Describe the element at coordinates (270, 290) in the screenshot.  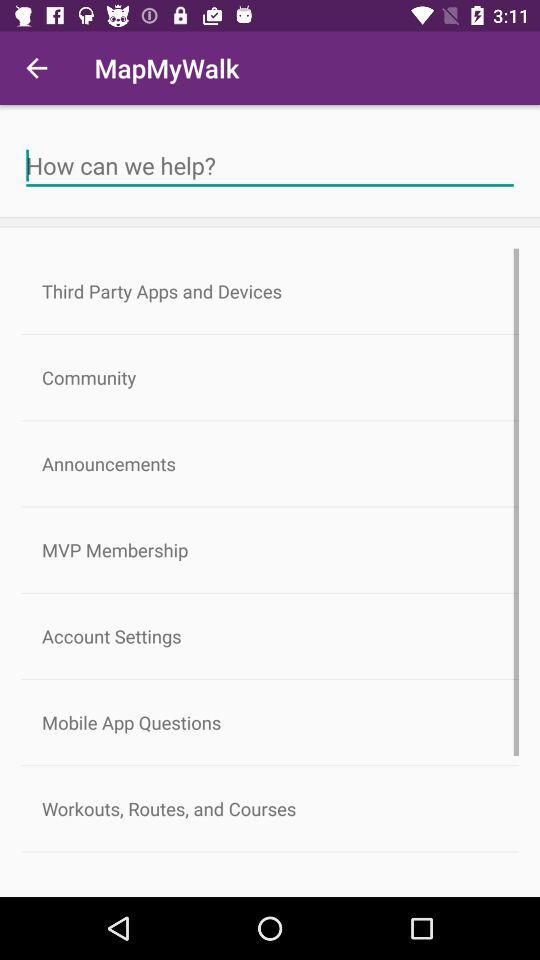
I see `the third party apps icon` at that location.